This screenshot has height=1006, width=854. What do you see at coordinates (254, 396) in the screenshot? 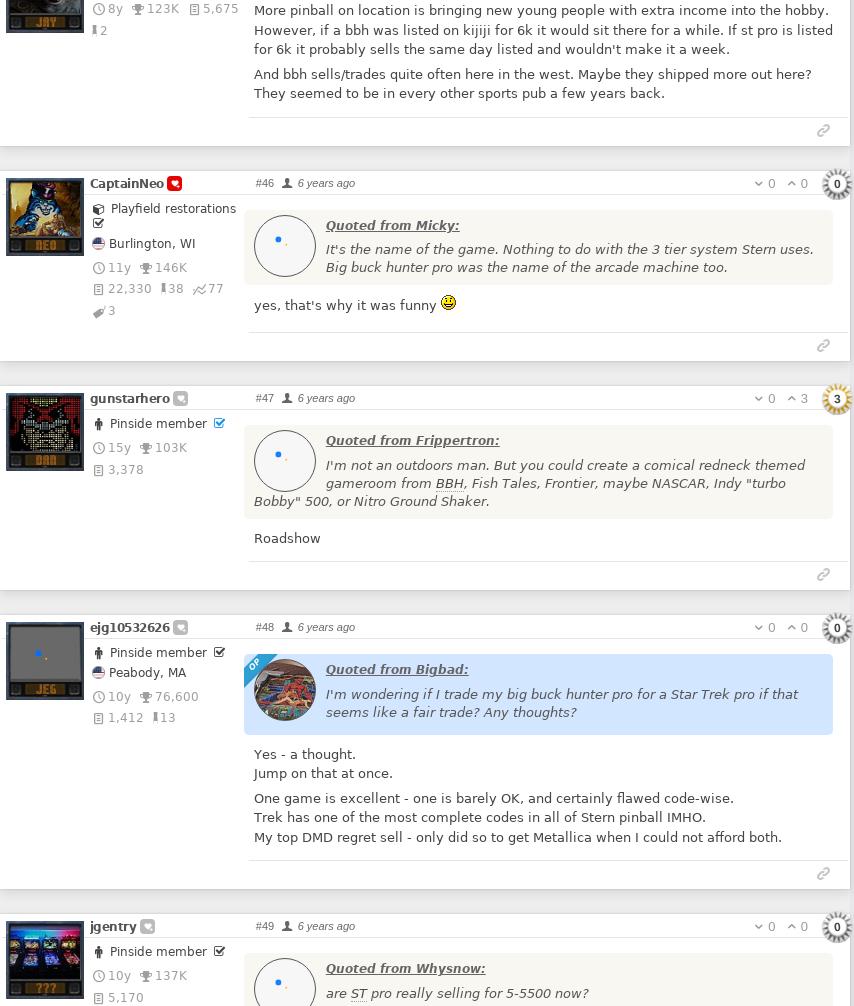
I see `'#47'` at bounding box center [254, 396].